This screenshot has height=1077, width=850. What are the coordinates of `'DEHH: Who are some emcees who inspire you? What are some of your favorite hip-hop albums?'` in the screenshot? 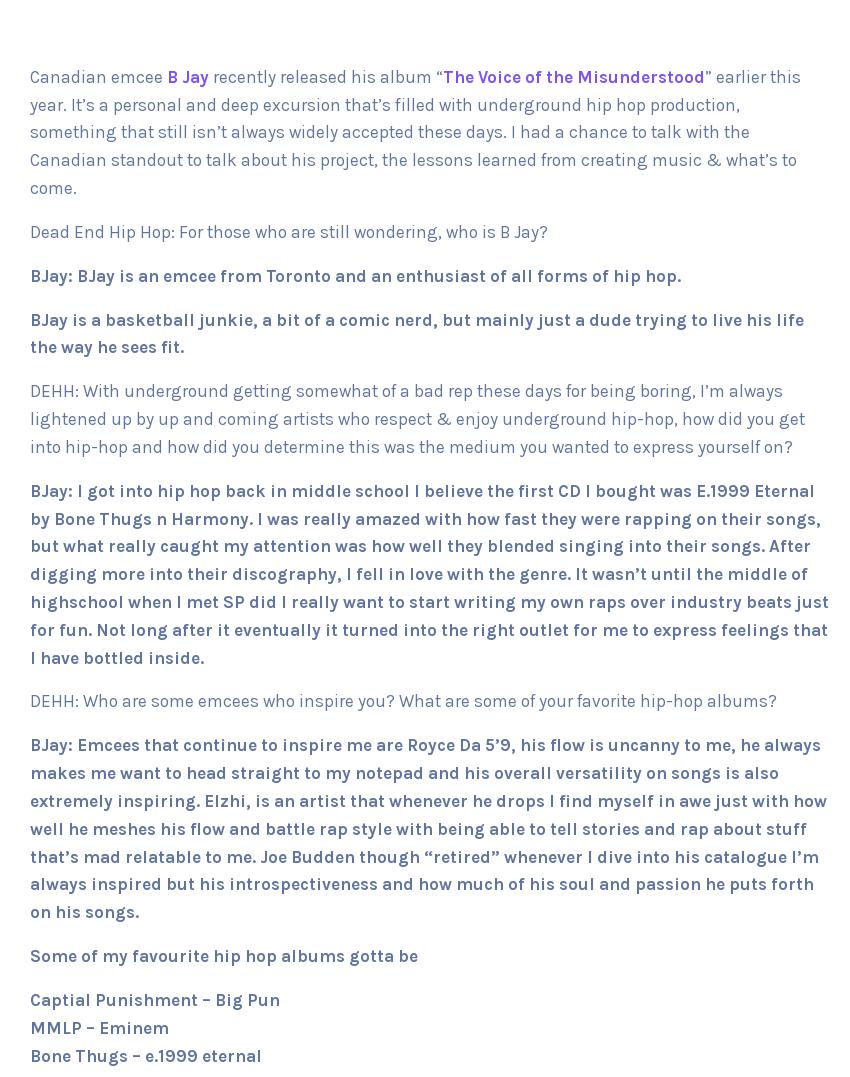 It's located at (403, 700).